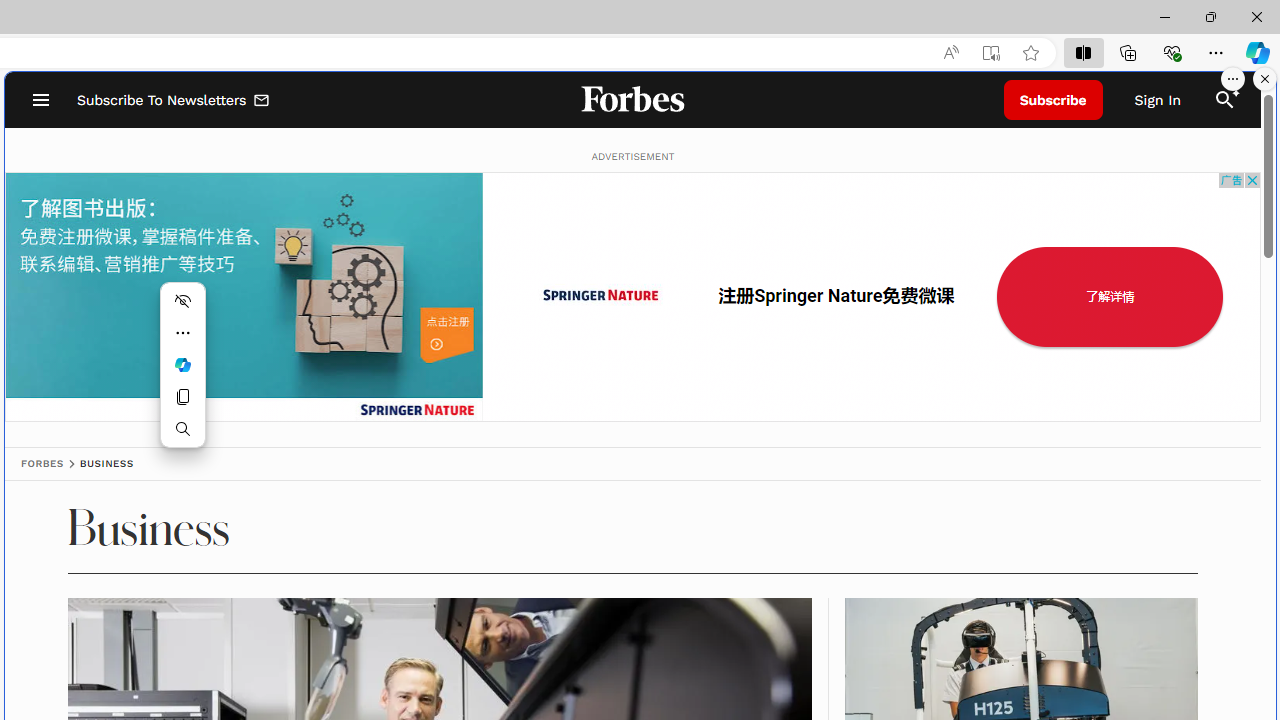  I want to click on 'Mini menu on text selection', so click(183, 376).